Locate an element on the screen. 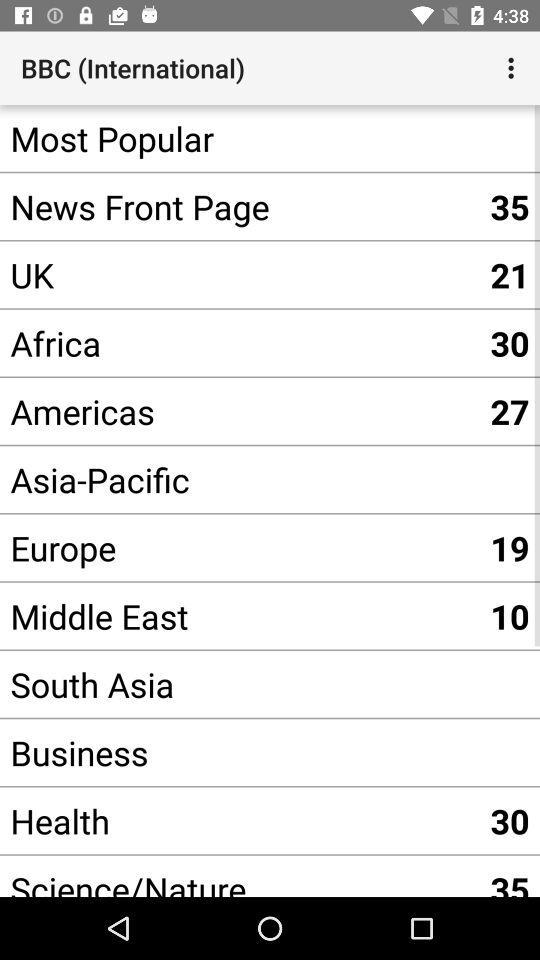 The width and height of the screenshot is (540, 960). the icon to the left of the 10 item is located at coordinates (239, 684).